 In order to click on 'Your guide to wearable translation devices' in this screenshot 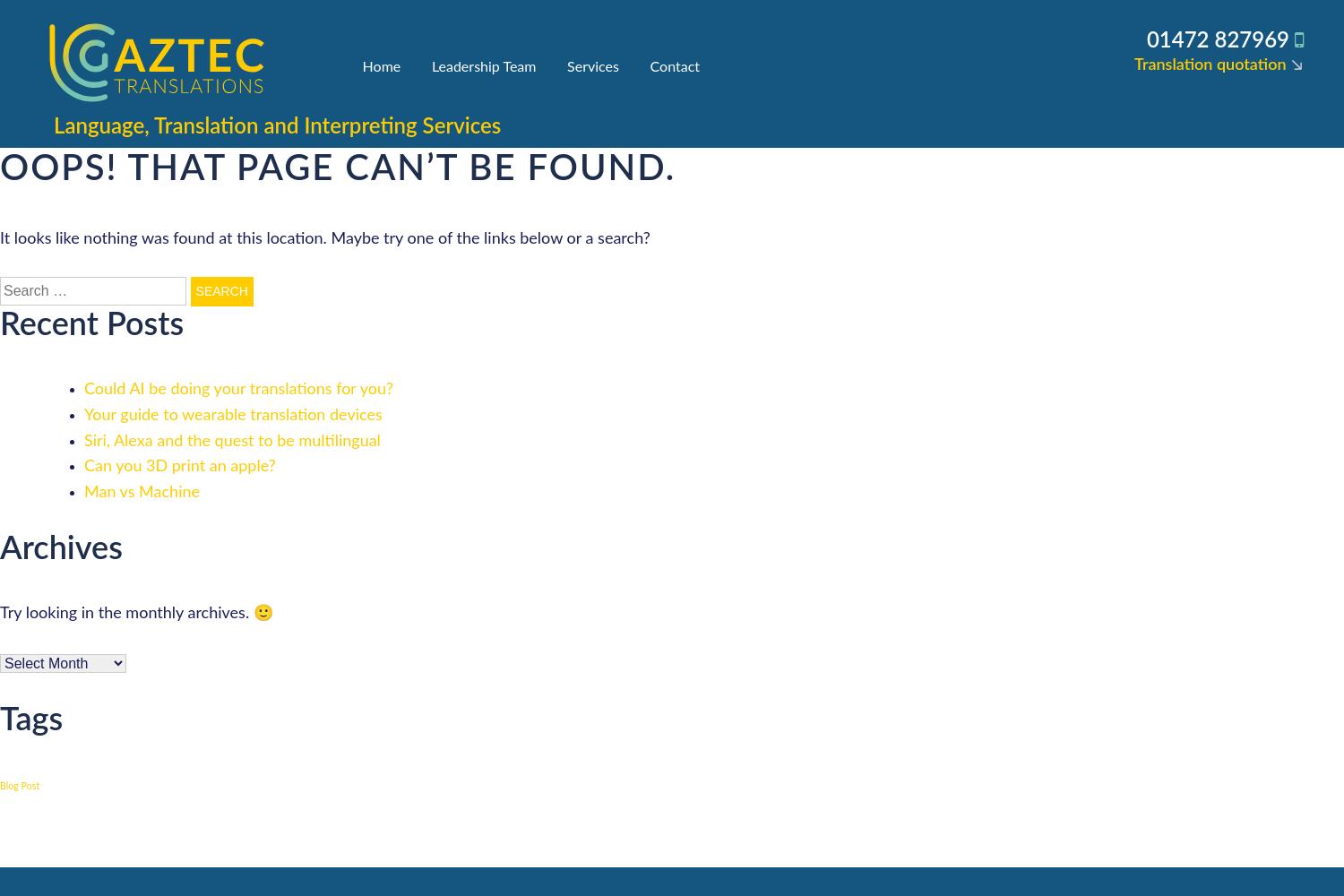, I will do `click(83, 414)`.